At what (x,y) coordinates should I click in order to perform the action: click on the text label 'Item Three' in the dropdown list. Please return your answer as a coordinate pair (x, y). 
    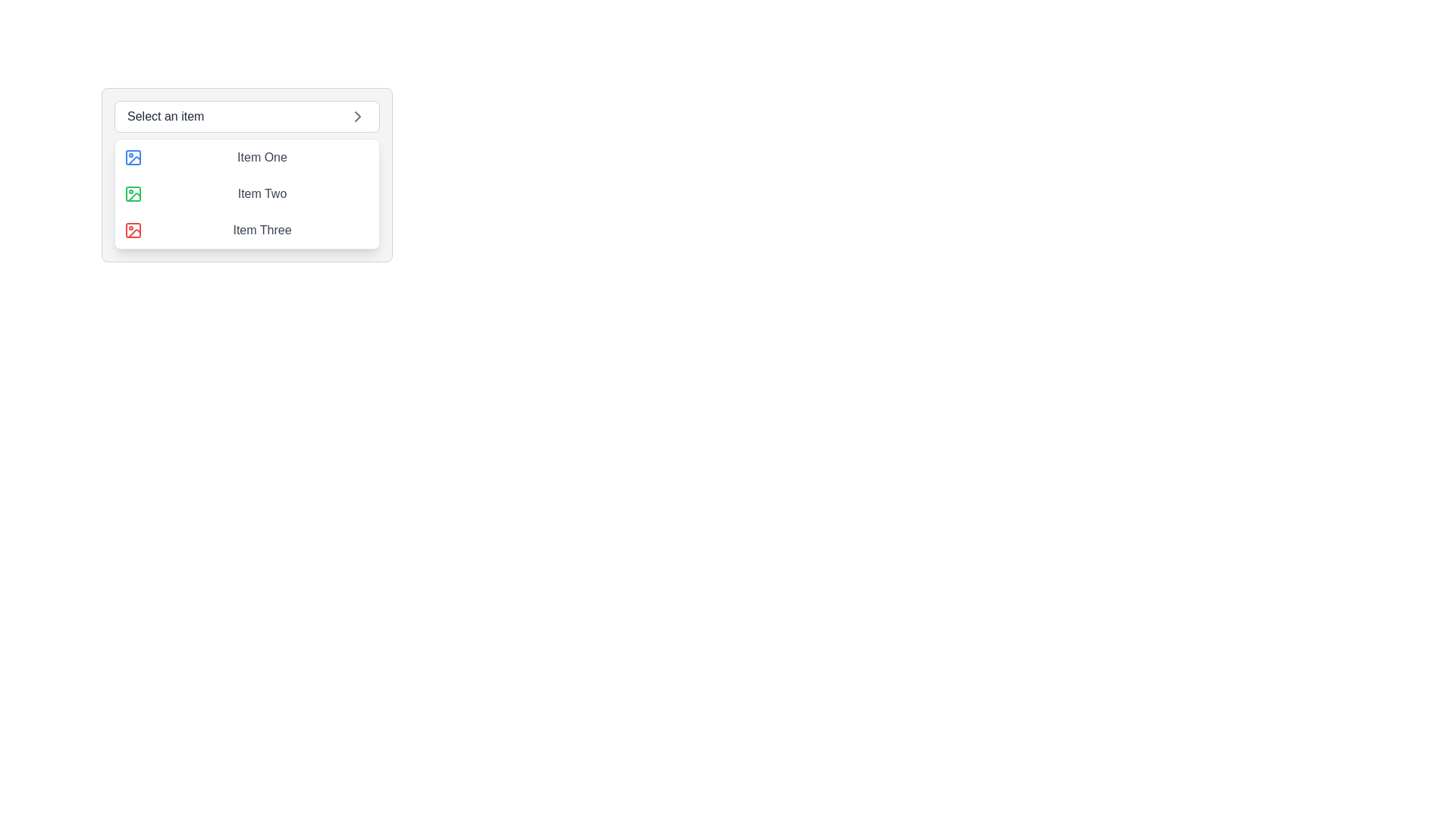
    Looking at the image, I should click on (262, 231).